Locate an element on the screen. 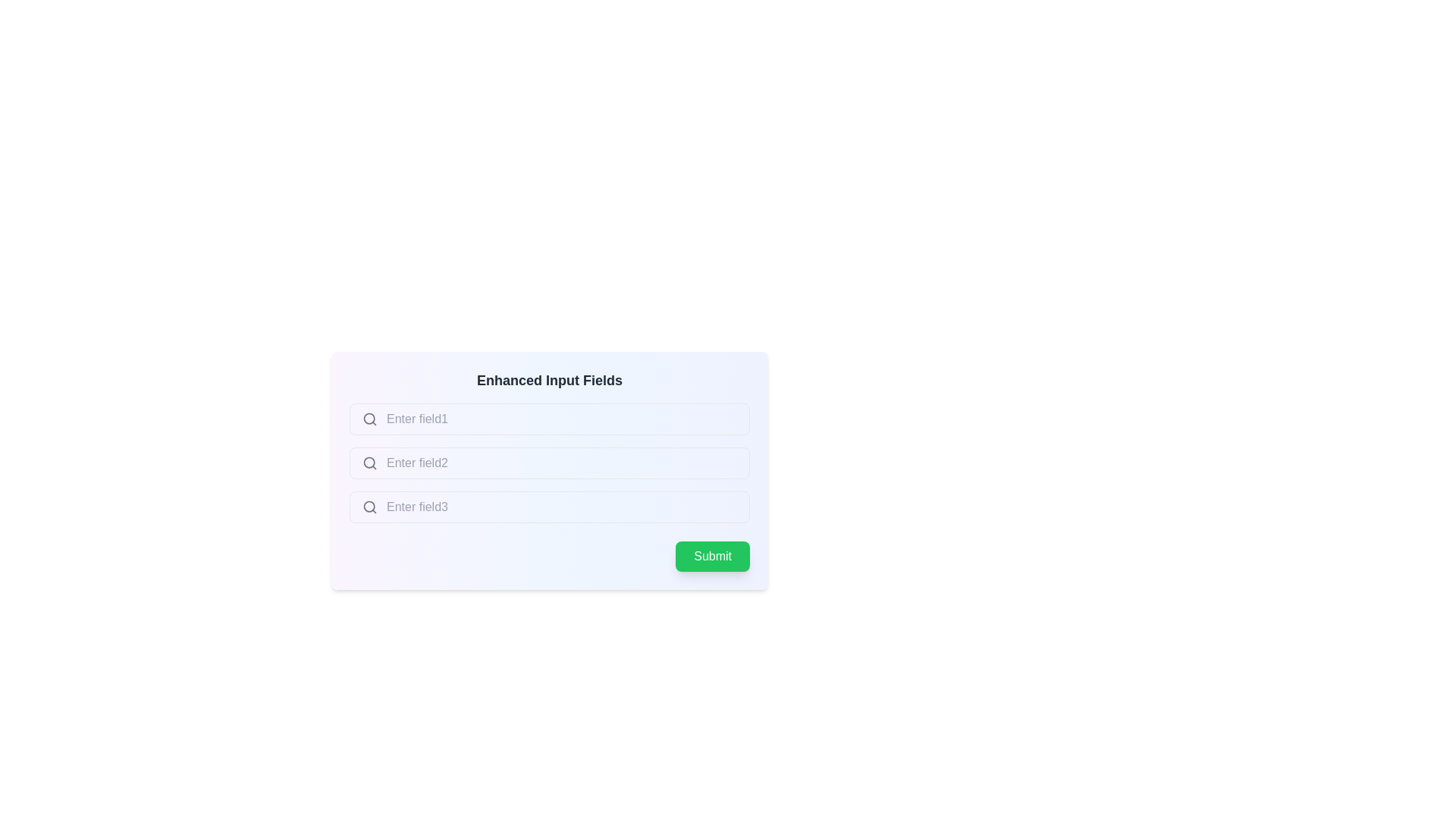 The width and height of the screenshot is (1456, 819). the search icon (magnifying glass) located to the left of the first input field in the 'Enhanced Input Fields' section is located at coordinates (370, 419).